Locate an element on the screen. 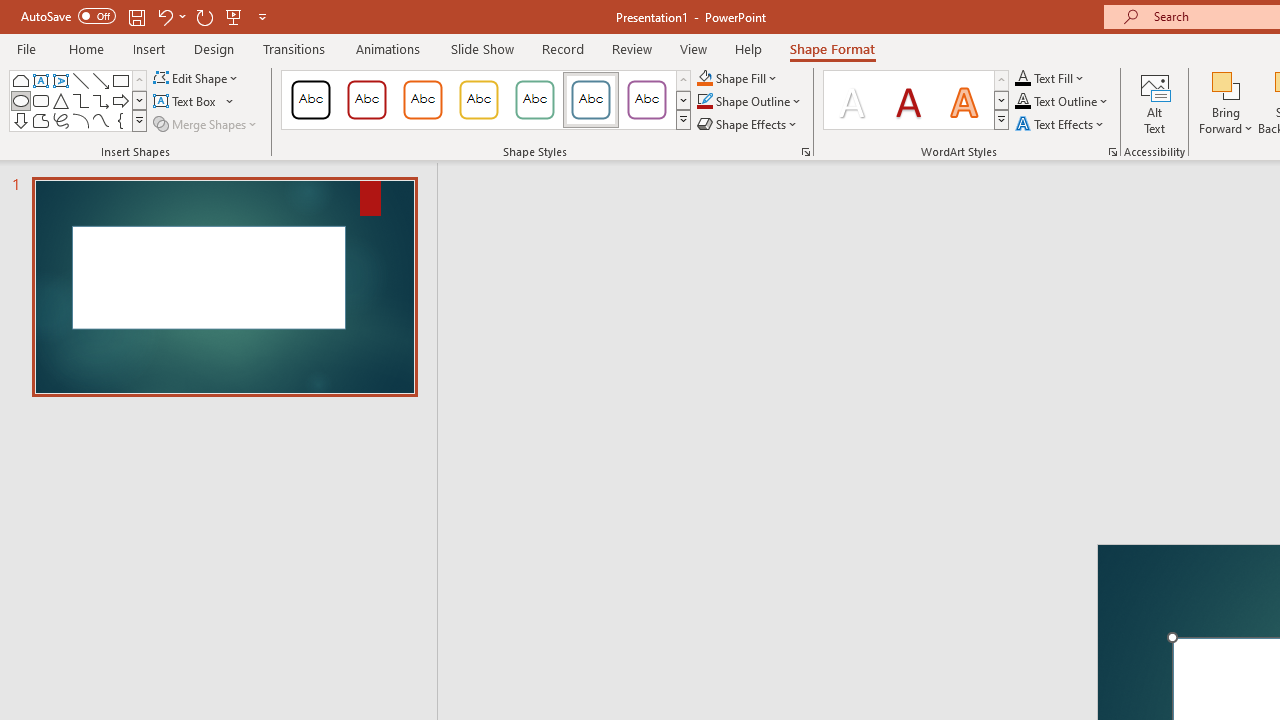  'Format Text Effects...' is located at coordinates (1111, 150).